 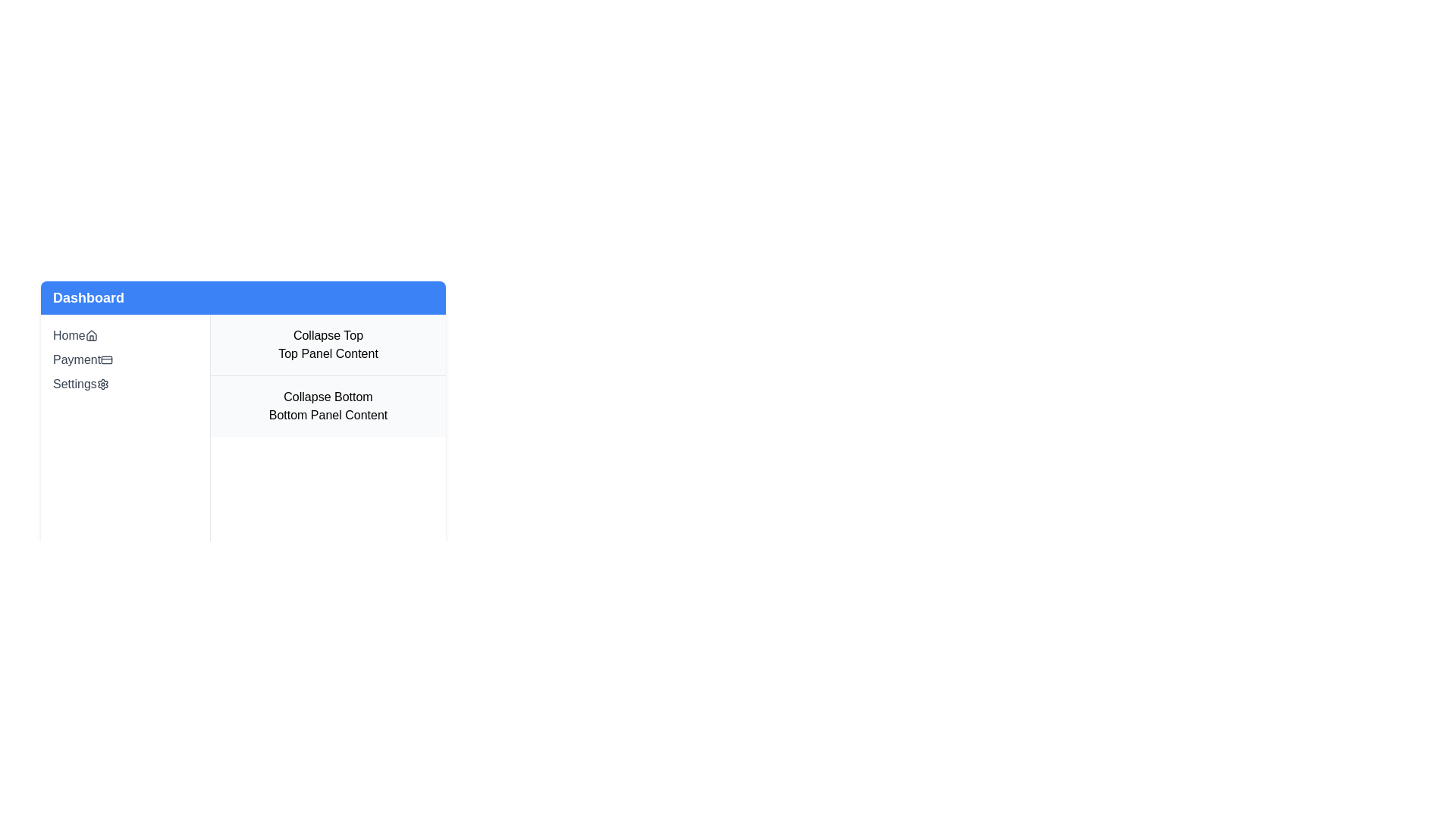 What do you see at coordinates (90, 334) in the screenshot?
I see `the 'Home' navigation icon located at the top of the left sidebar, which visually represents the main page link` at bounding box center [90, 334].